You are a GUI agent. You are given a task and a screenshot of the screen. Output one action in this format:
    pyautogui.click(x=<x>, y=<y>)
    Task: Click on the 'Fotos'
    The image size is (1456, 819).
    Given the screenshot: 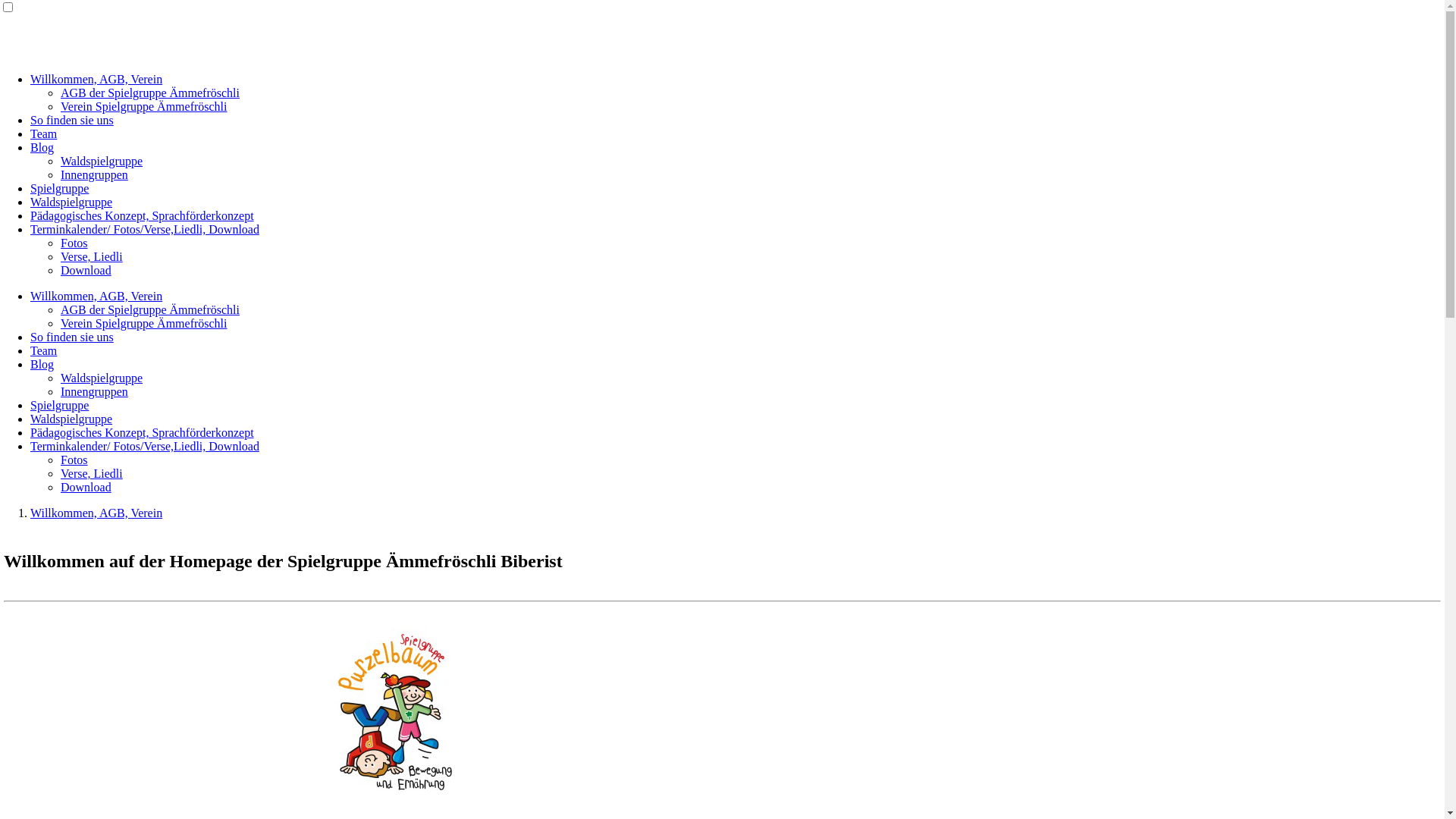 What is the action you would take?
    pyautogui.click(x=73, y=459)
    